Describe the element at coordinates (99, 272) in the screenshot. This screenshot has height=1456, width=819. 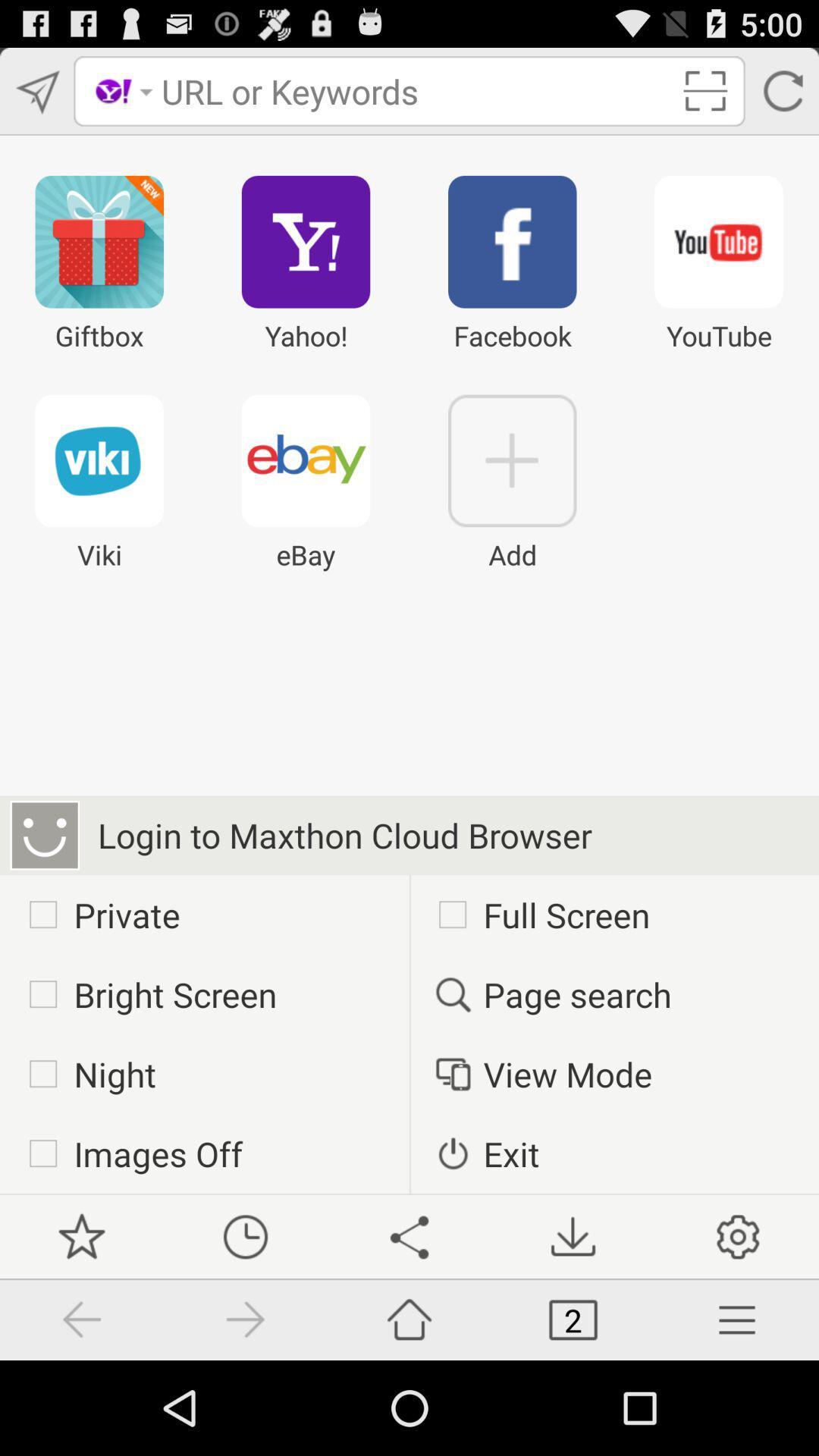
I see `the gift icon` at that location.